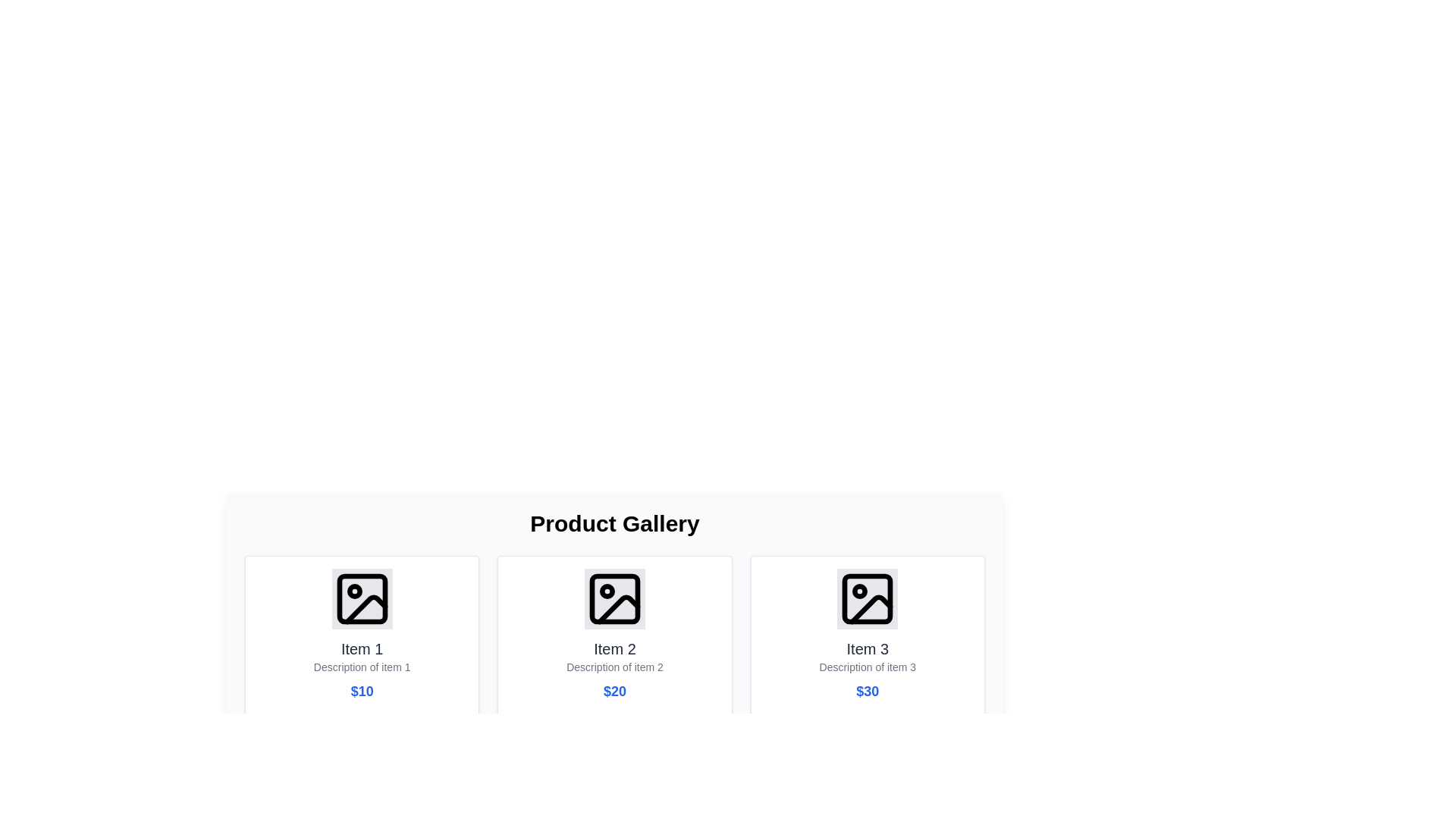 This screenshot has width=1456, height=819. I want to click on the Card component featuring a white background, rounded border, and shadow effect that contains the title 'Item 3', description 'Description of item 3', and price '$30', located in the first row and third column of a 3x2 grid layout, so click(868, 635).